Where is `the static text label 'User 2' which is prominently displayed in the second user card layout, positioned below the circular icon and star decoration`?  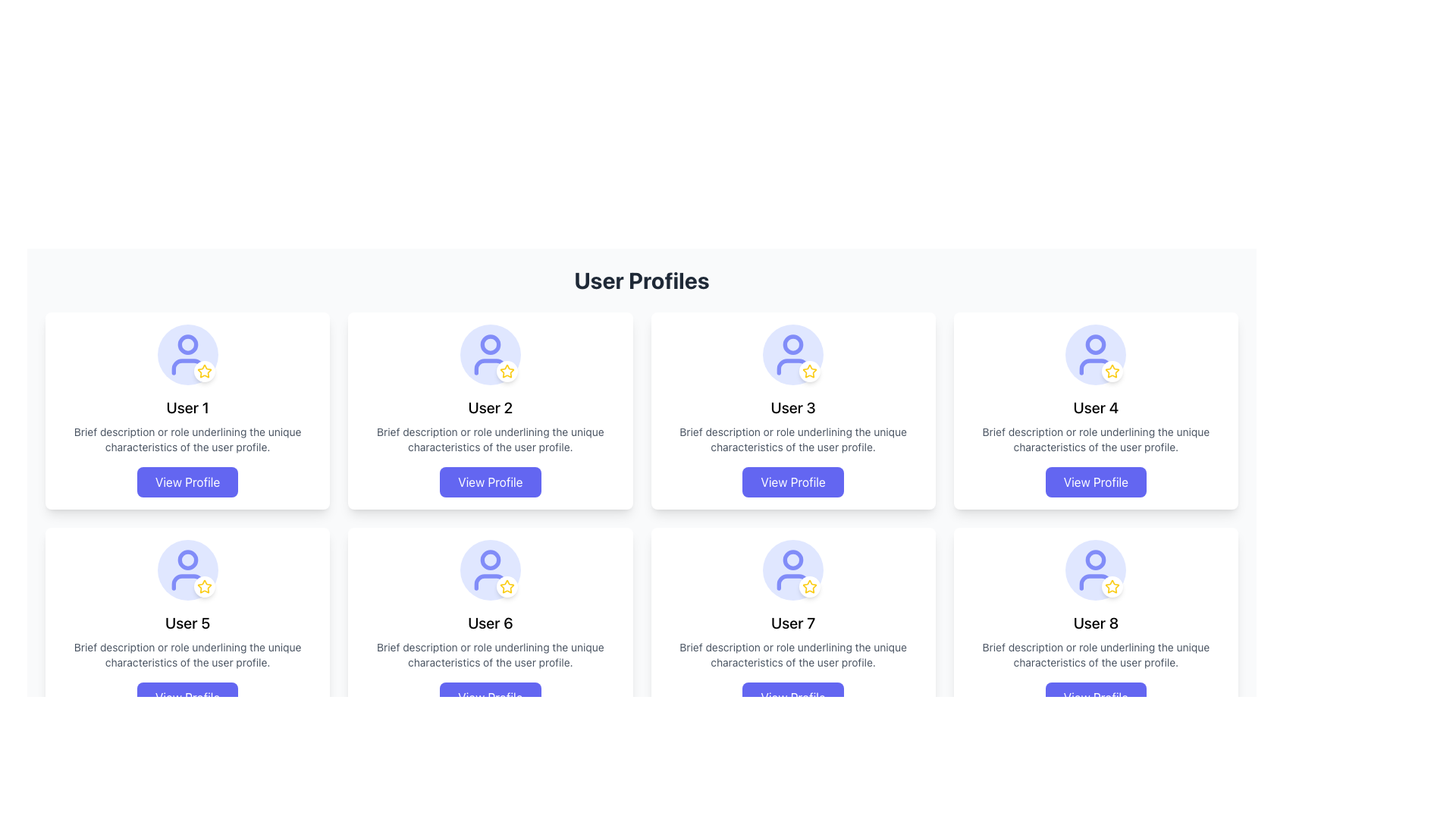
the static text label 'User 2' which is prominently displayed in the second user card layout, positioned below the circular icon and star decoration is located at coordinates (490, 406).